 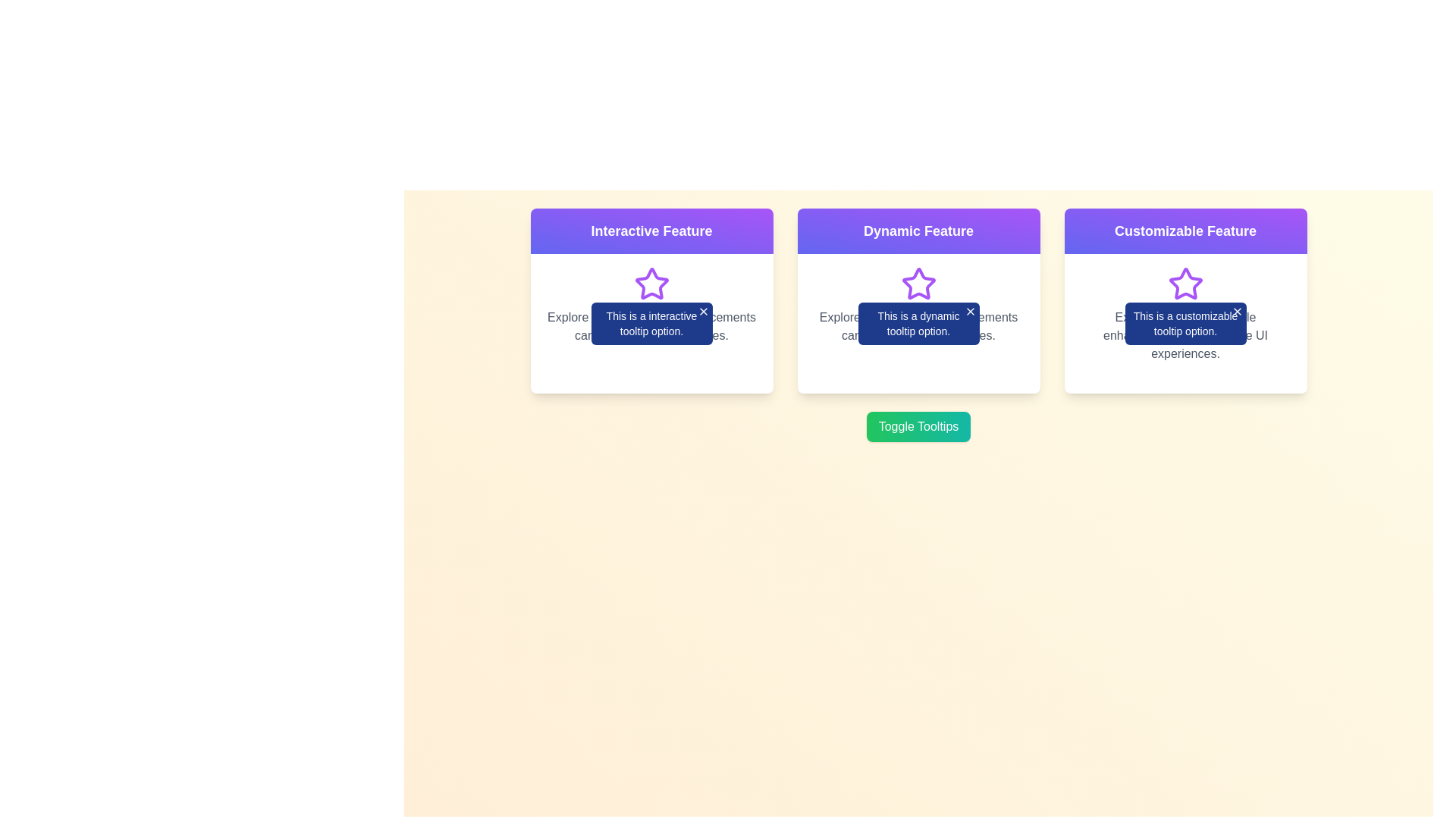 What do you see at coordinates (651, 284) in the screenshot?
I see `the star-shaped graphic icon with a purple fill located in the 'Interactive Feature' card, positioned above descriptive text` at bounding box center [651, 284].